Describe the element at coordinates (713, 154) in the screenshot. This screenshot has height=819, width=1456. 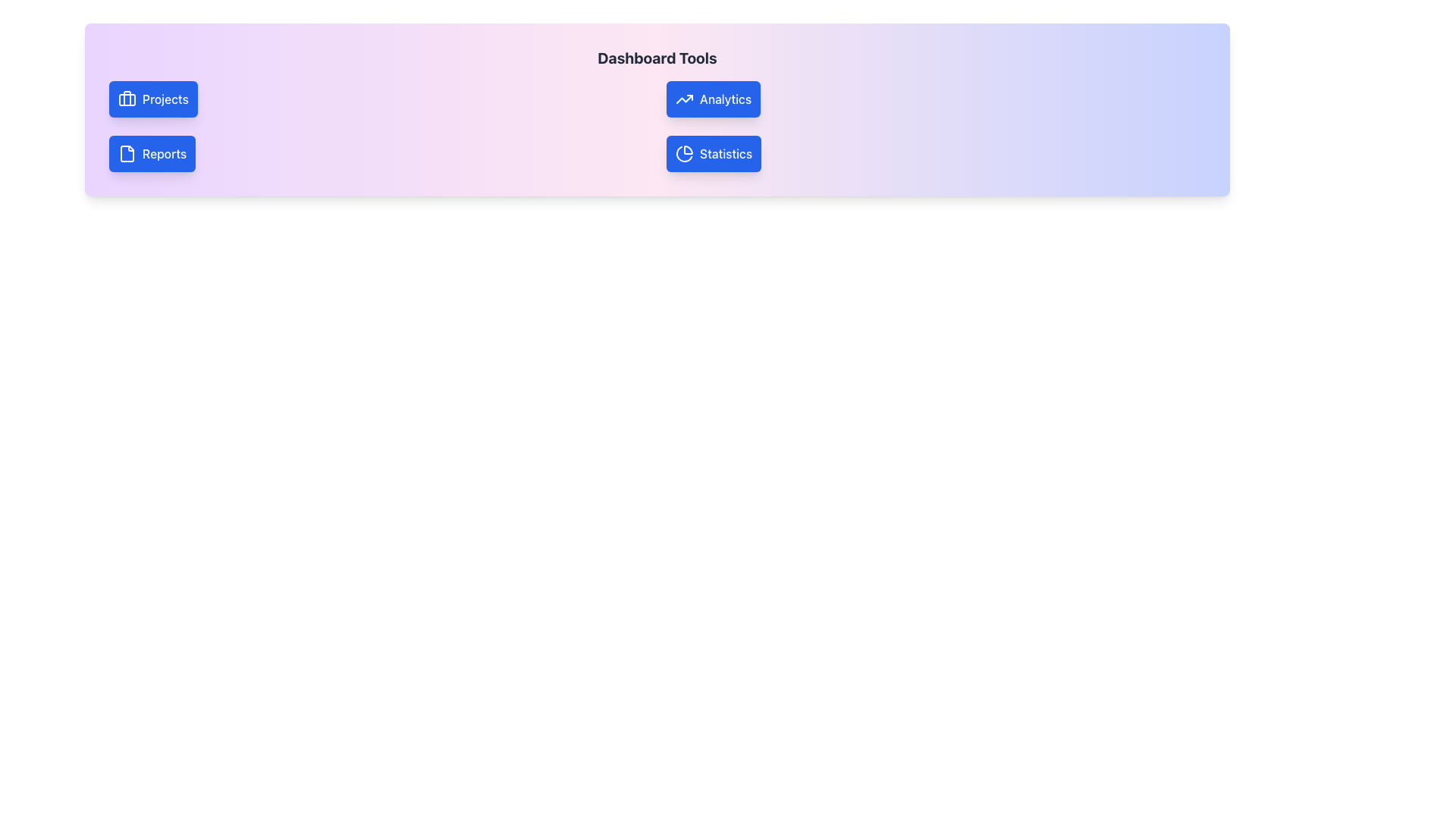
I see `the 'Statistics' button with a blue background, featuring a pie chart icon and white text, located under the 'Analytics' button in the Dashboard Tools section` at that location.